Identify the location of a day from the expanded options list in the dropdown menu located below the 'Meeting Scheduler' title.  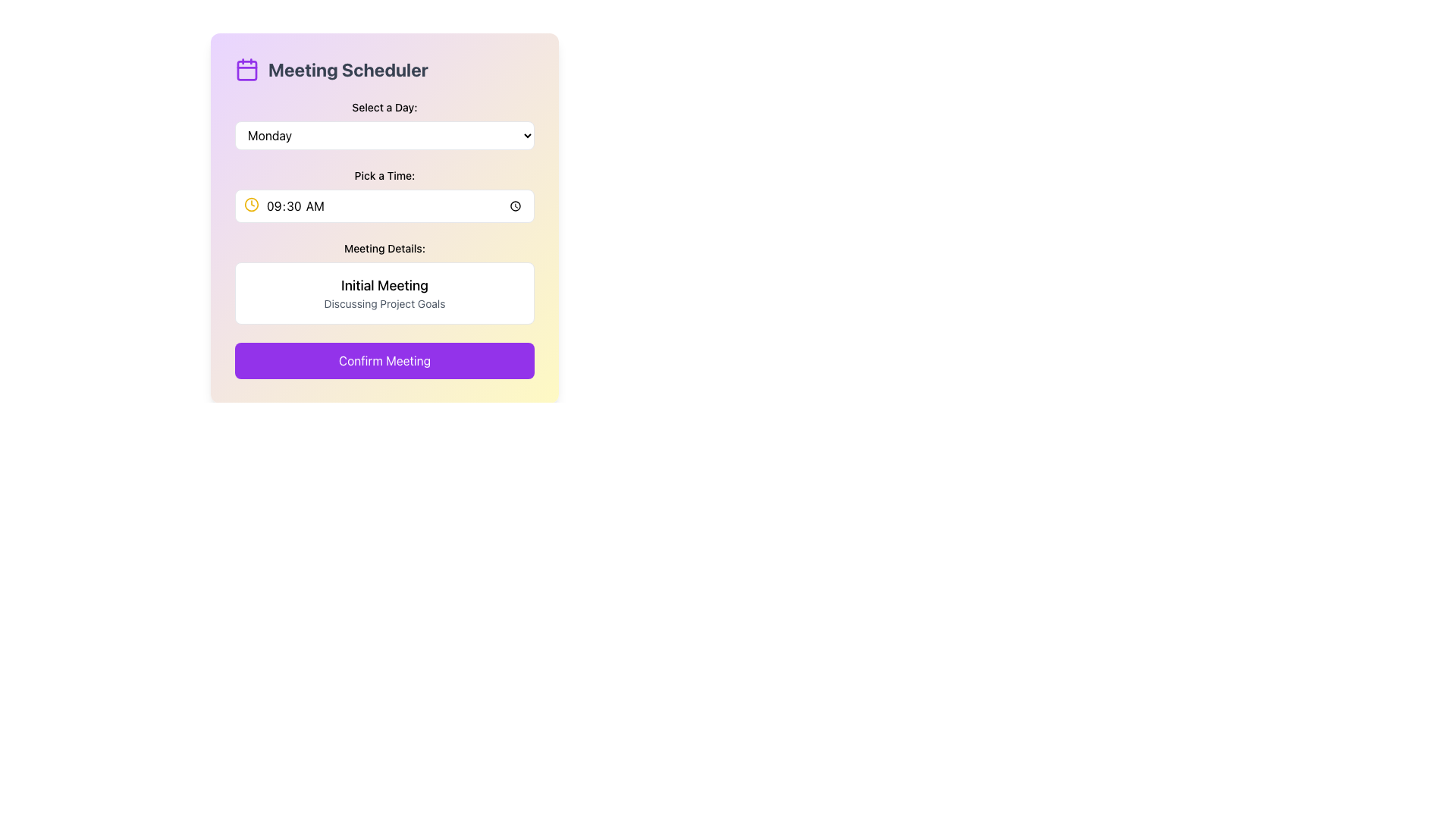
(384, 124).